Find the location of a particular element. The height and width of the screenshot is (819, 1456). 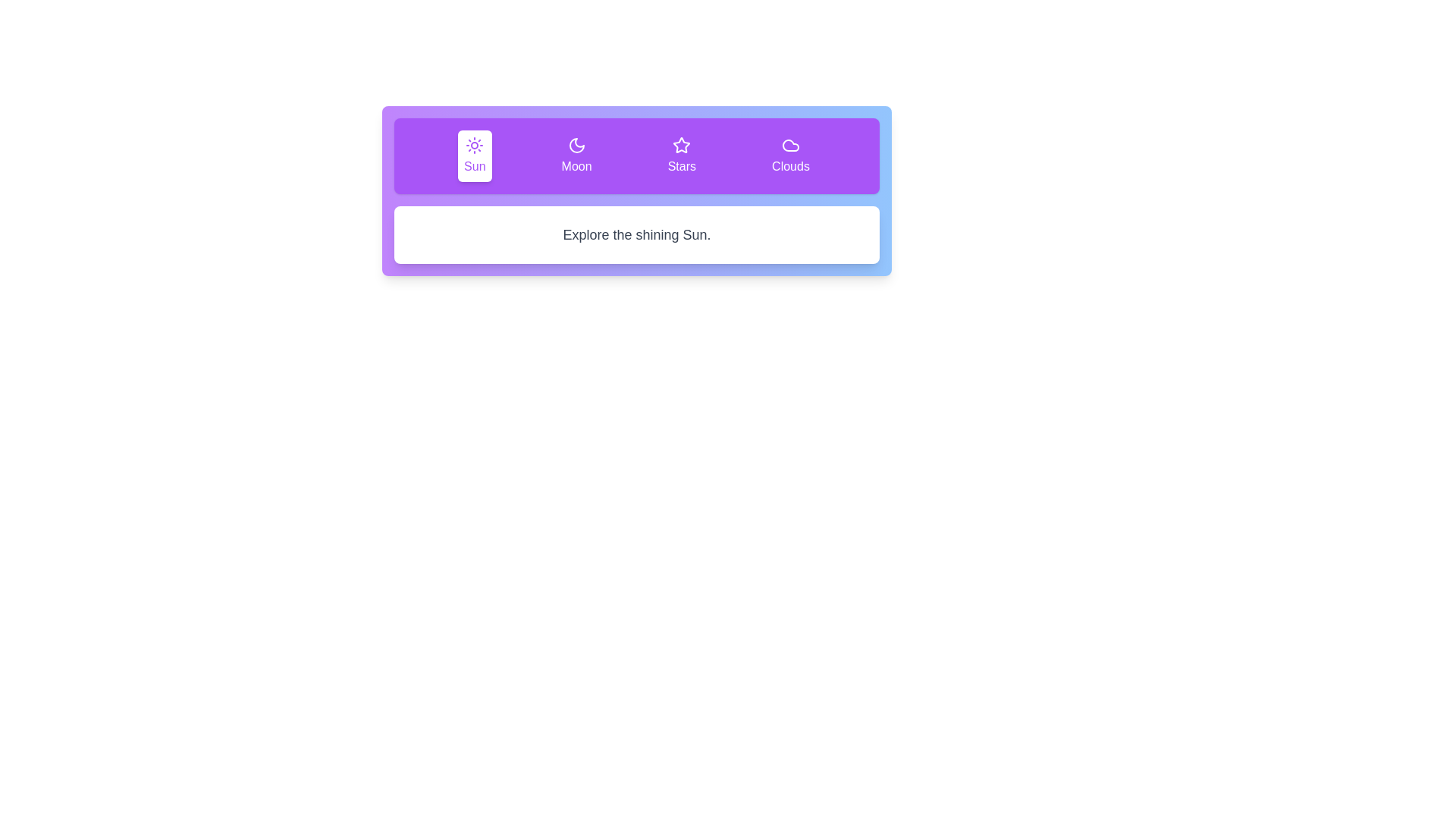

the 'Clouds' navigation button, which is the fourth button in a horizontal menu, featuring a white cloud icon and a purple background is located at coordinates (789, 155).